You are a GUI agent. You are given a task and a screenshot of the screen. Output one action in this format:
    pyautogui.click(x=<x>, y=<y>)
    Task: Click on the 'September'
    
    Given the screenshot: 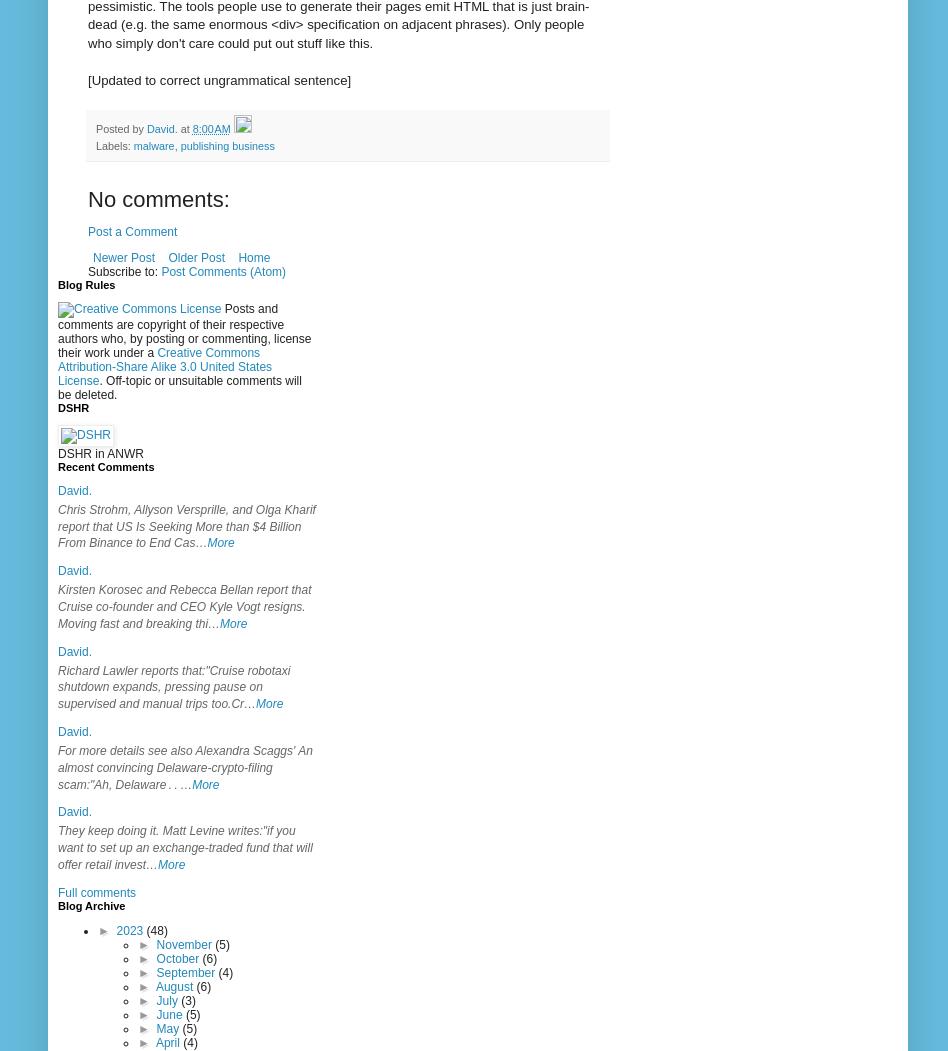 What is the action you would take?
    pyautogui.click(x=186, y=971)
    